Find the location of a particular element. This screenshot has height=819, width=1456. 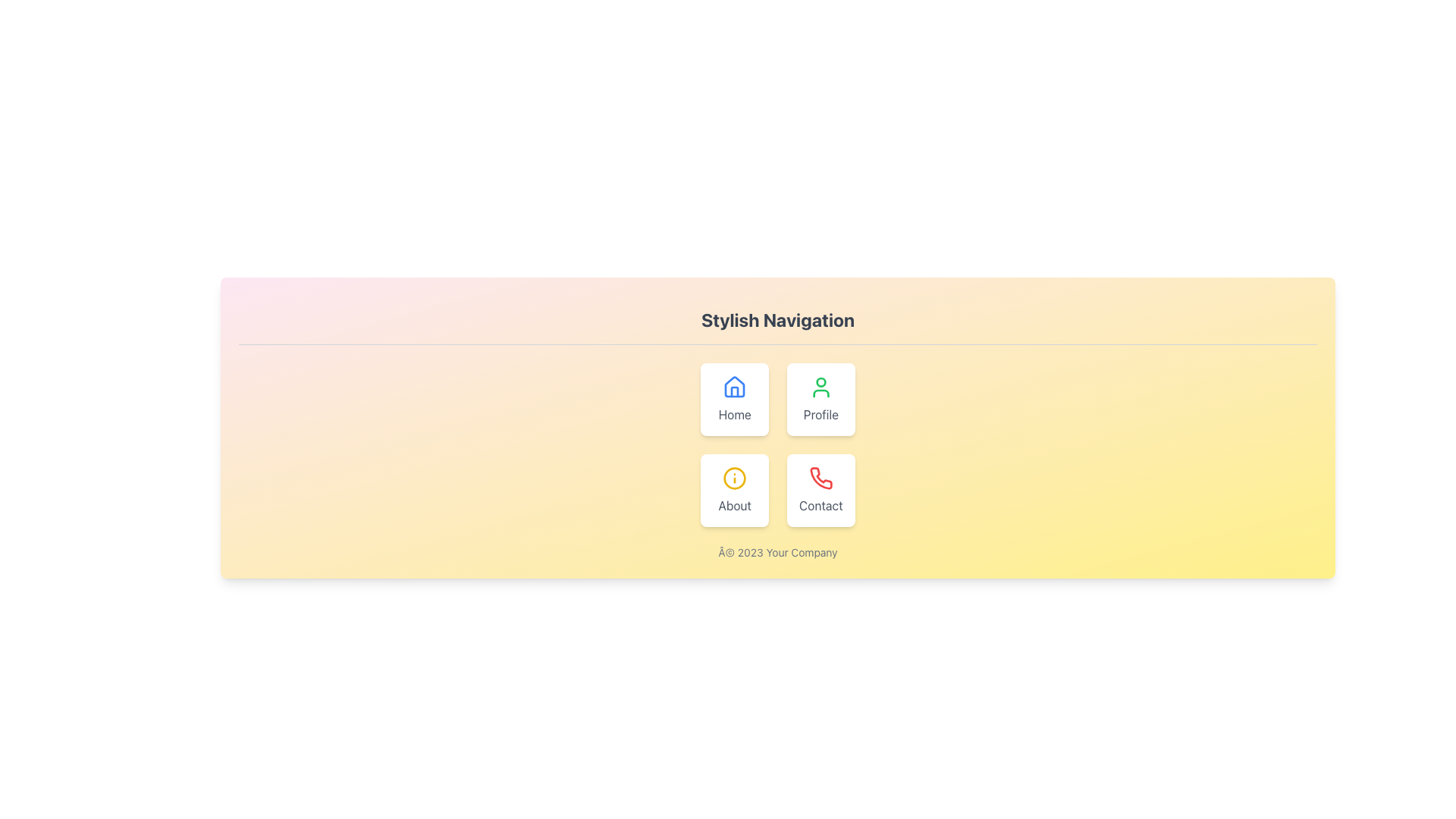

the decorative 'Home' icon located in the top-left corner of the grid, above the text 'Home' is located at coordinates (735, 386).